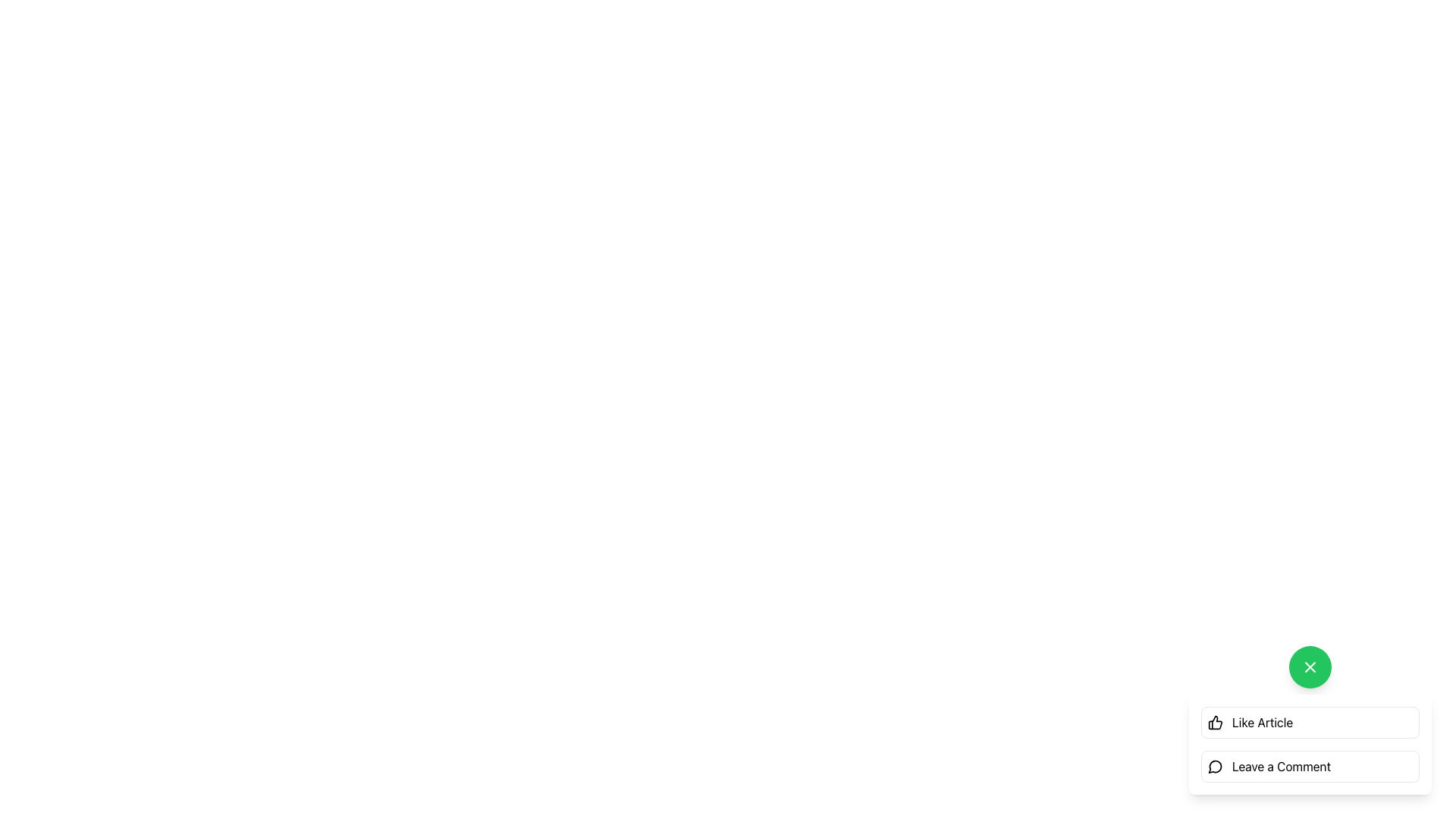 Image resolution: width=1456 pixels, height=819 pixels. I want to click on the green circular icon button with an 'X' icon, located near the bottom right corner of the interface, so click(1310, 666).